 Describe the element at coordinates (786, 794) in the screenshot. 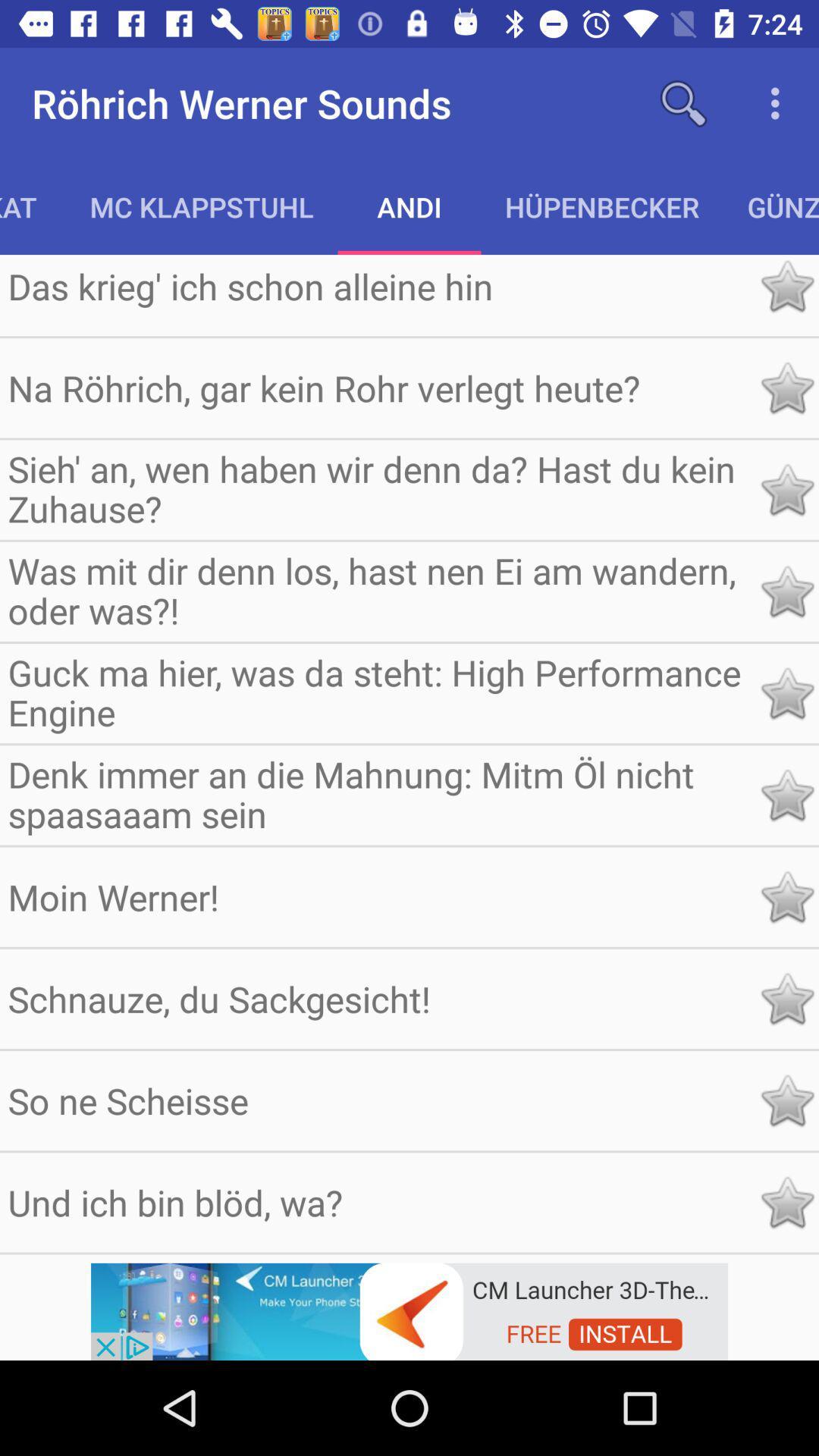

I see `favorite` at that location.